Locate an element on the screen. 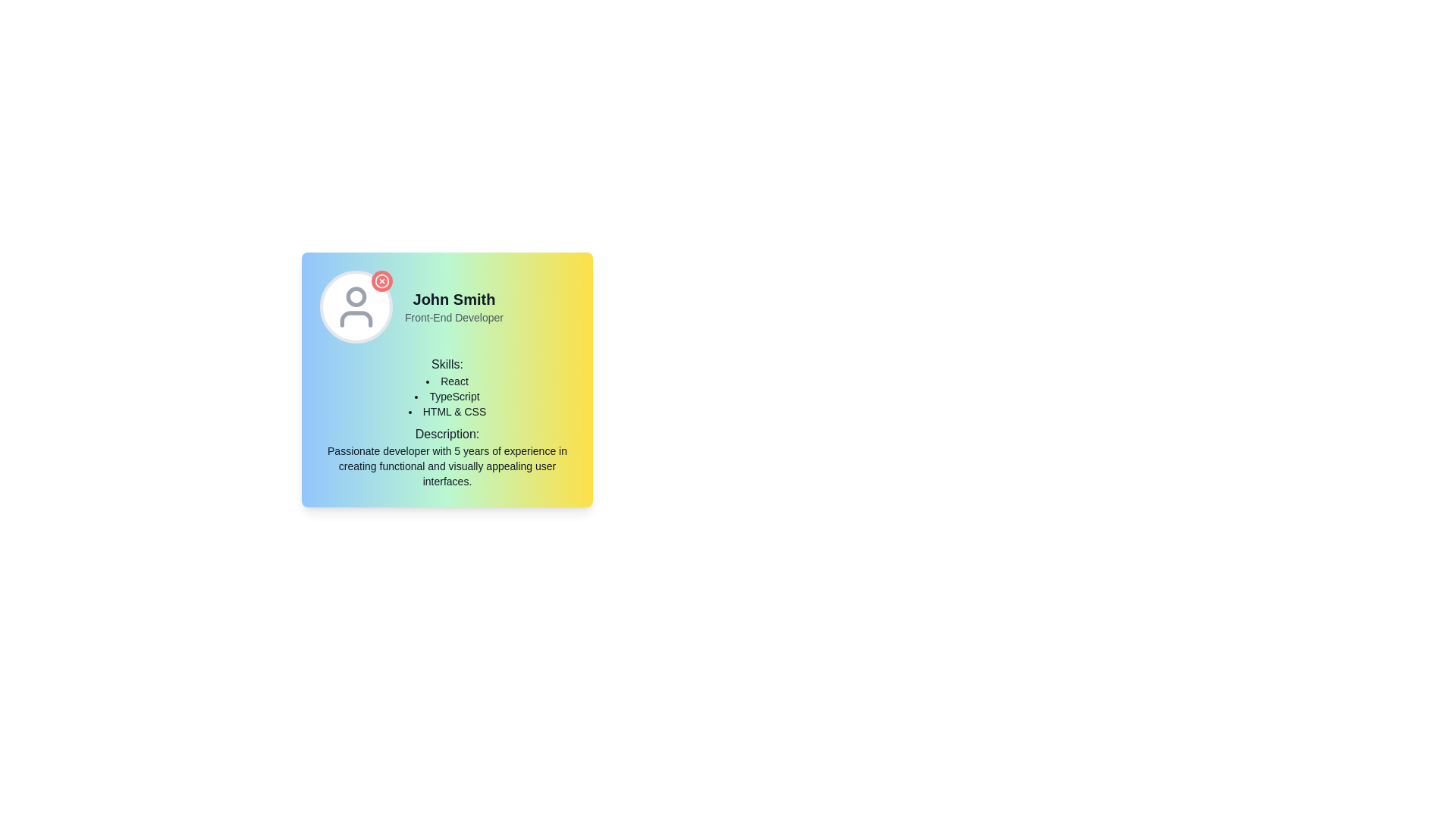 This screenshot has height=819, width=1456. the Text Label indicating the job title or role associated with the individual named 'John Smith', located within the profile card below the name is located at coordinates (453, 317).